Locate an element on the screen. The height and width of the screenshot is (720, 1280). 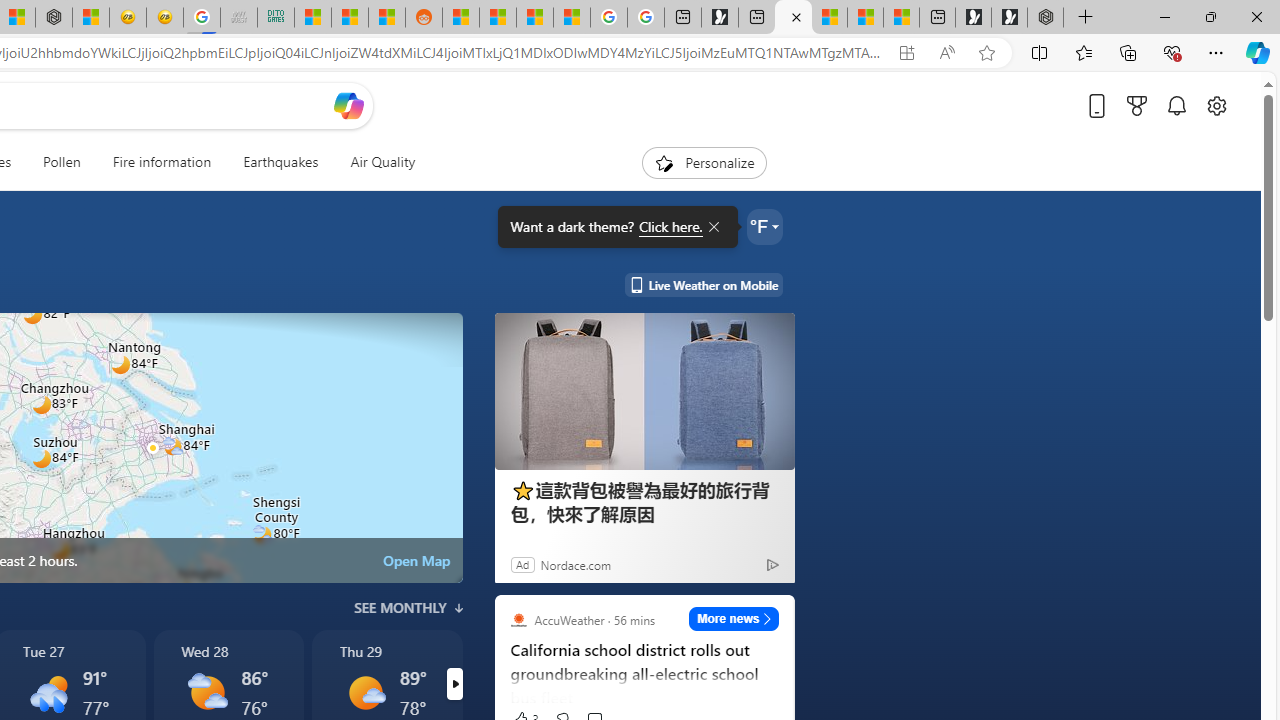
'Play Free Online Games | Games from Microsoft Start' is located at coordinates (1009, 17).